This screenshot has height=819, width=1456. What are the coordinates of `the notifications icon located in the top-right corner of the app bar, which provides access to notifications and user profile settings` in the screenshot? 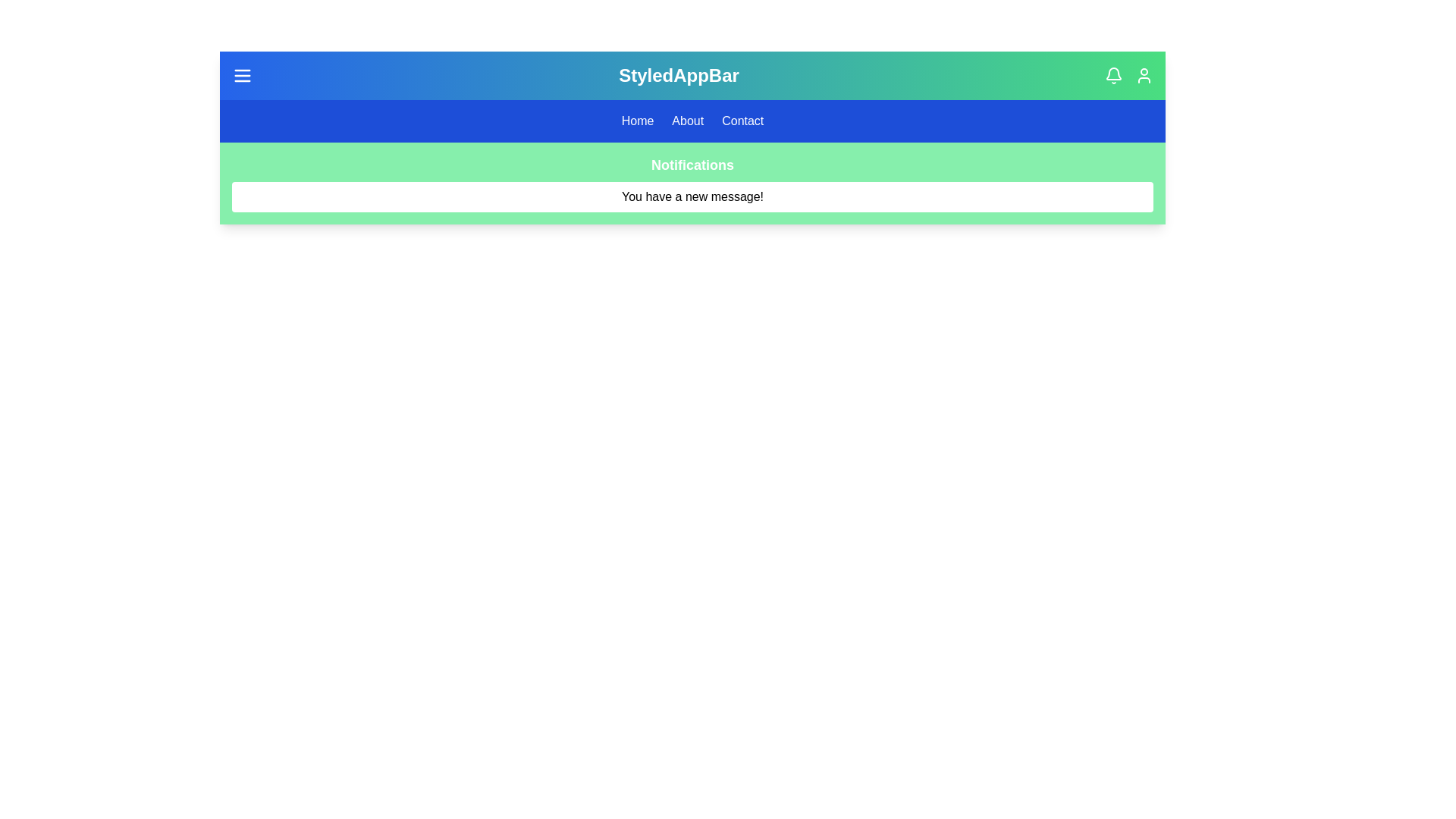 It's located at (1128, 76).